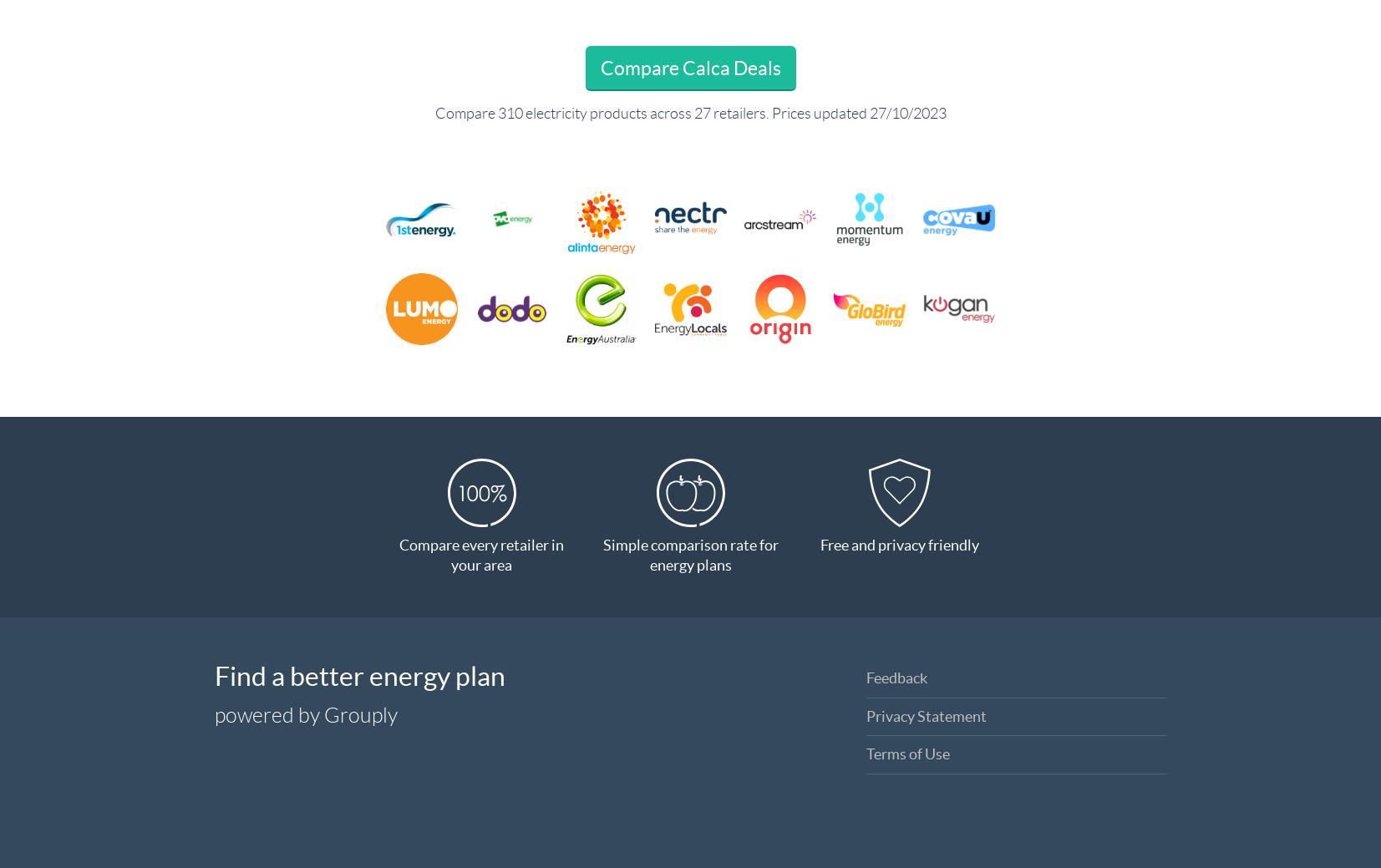 The image size is (1381, 868). Describe the element at coordinates (607, 113) in the screenshot. I see `'electricity
						products across'` at that location.